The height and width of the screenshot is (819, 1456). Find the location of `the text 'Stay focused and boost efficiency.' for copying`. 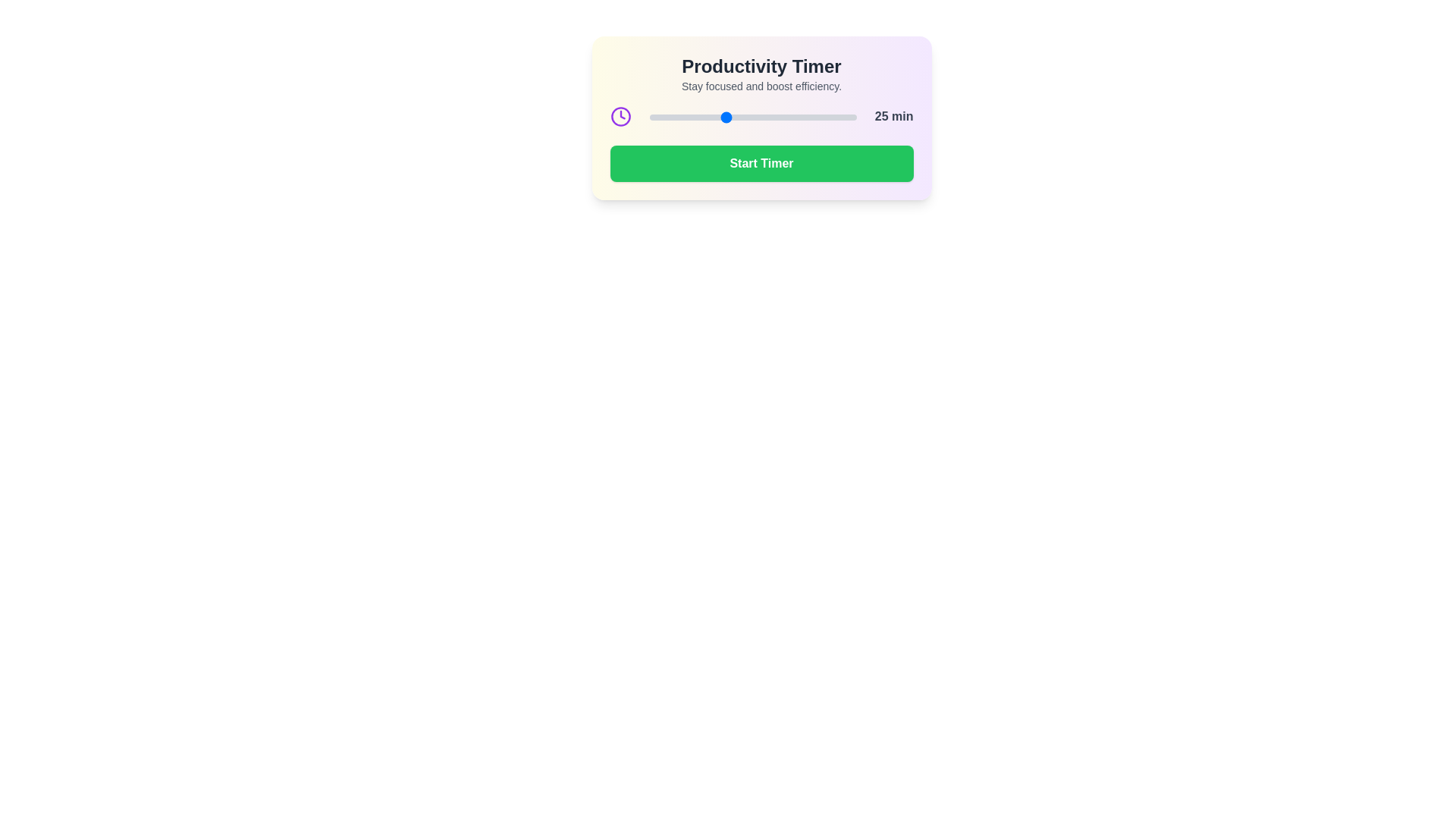

the text 'Stay focused and boost efficiency.' for copying is located at coordinates (761, 86).